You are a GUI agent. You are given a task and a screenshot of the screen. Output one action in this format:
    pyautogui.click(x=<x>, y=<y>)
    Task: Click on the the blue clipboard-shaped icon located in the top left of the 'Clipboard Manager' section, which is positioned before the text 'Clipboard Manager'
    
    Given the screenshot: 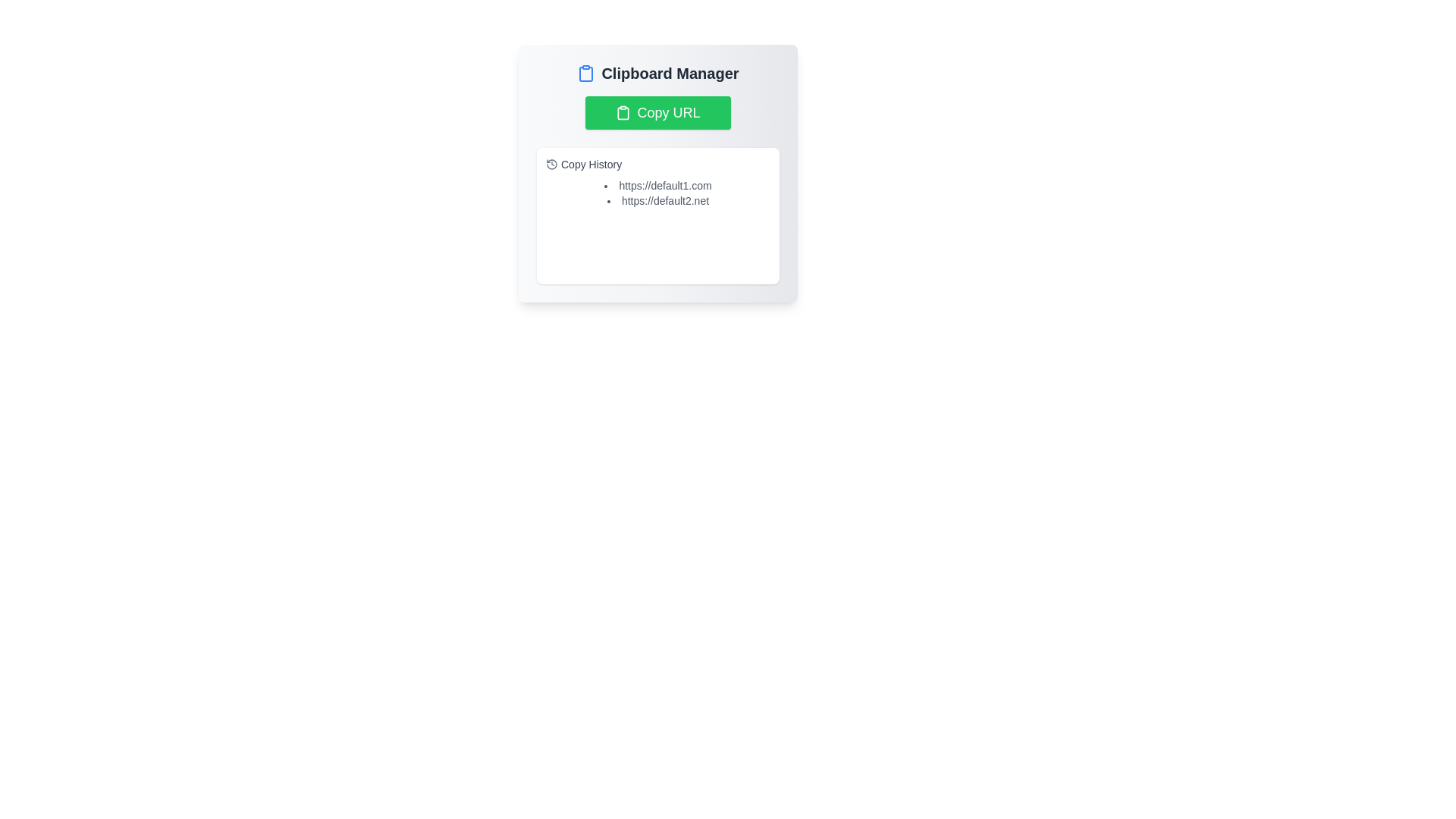 What is the action you would take?
    pyautogui.click(x=585, y=73)
    